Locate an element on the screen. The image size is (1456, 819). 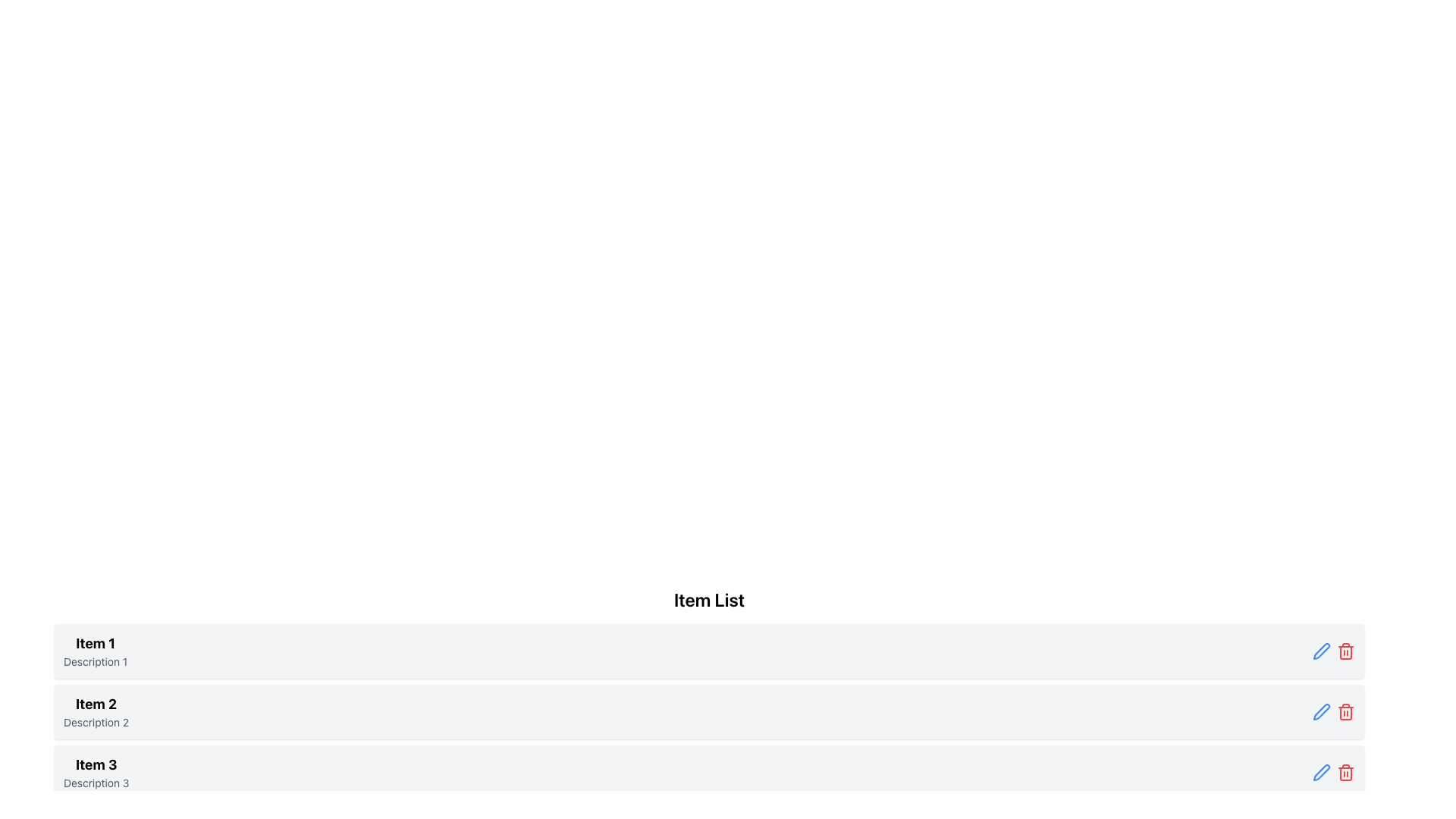
the static text label 'Description 2' located below 'Item 2' in the list is located at coordinates (96, 721).